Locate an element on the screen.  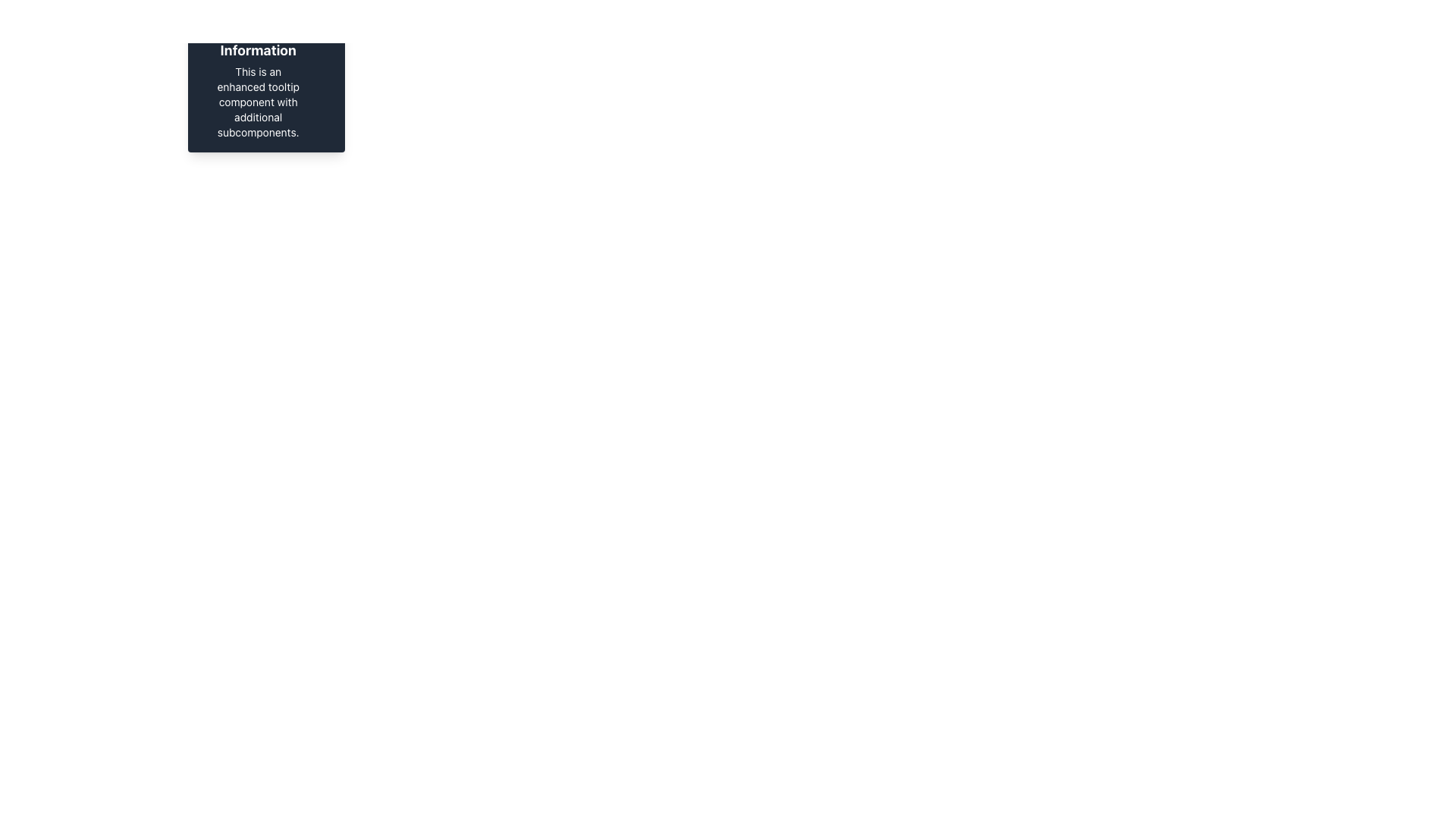
the circular vector graphic within the SVG element that signifies closure or cancellation, located at the top-right corner of the information tooltip box is located at coordinates (325, 26).